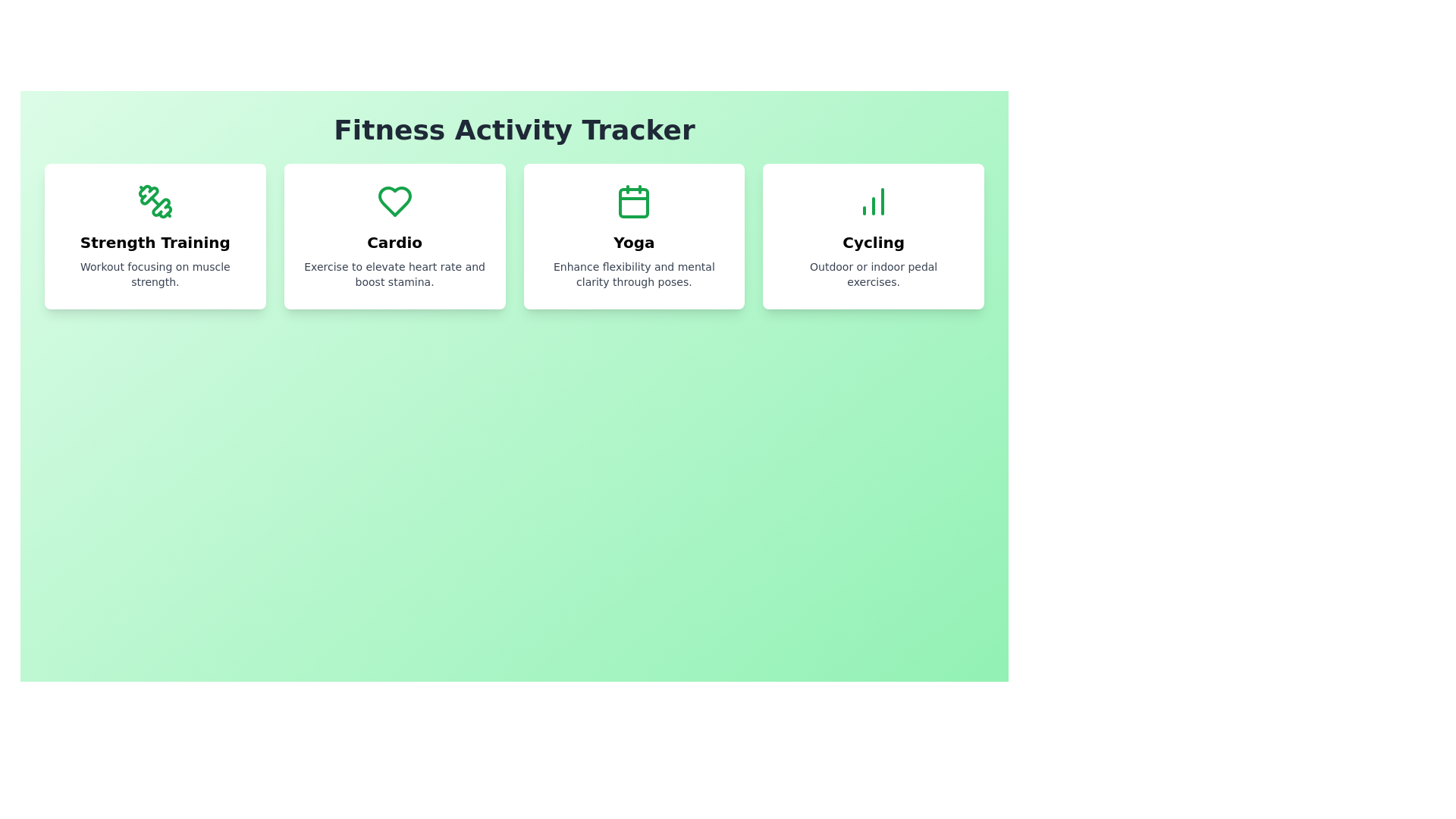 This screenshot has width=1456, height=819. What do you see at coordinates (155, 242) in the screenshot?
I see `static text label indicating the purpose of the card related to strength training, which is centered within a white rectangular card with rounded corners and a shadow effect` at bounding box center [155, 242].